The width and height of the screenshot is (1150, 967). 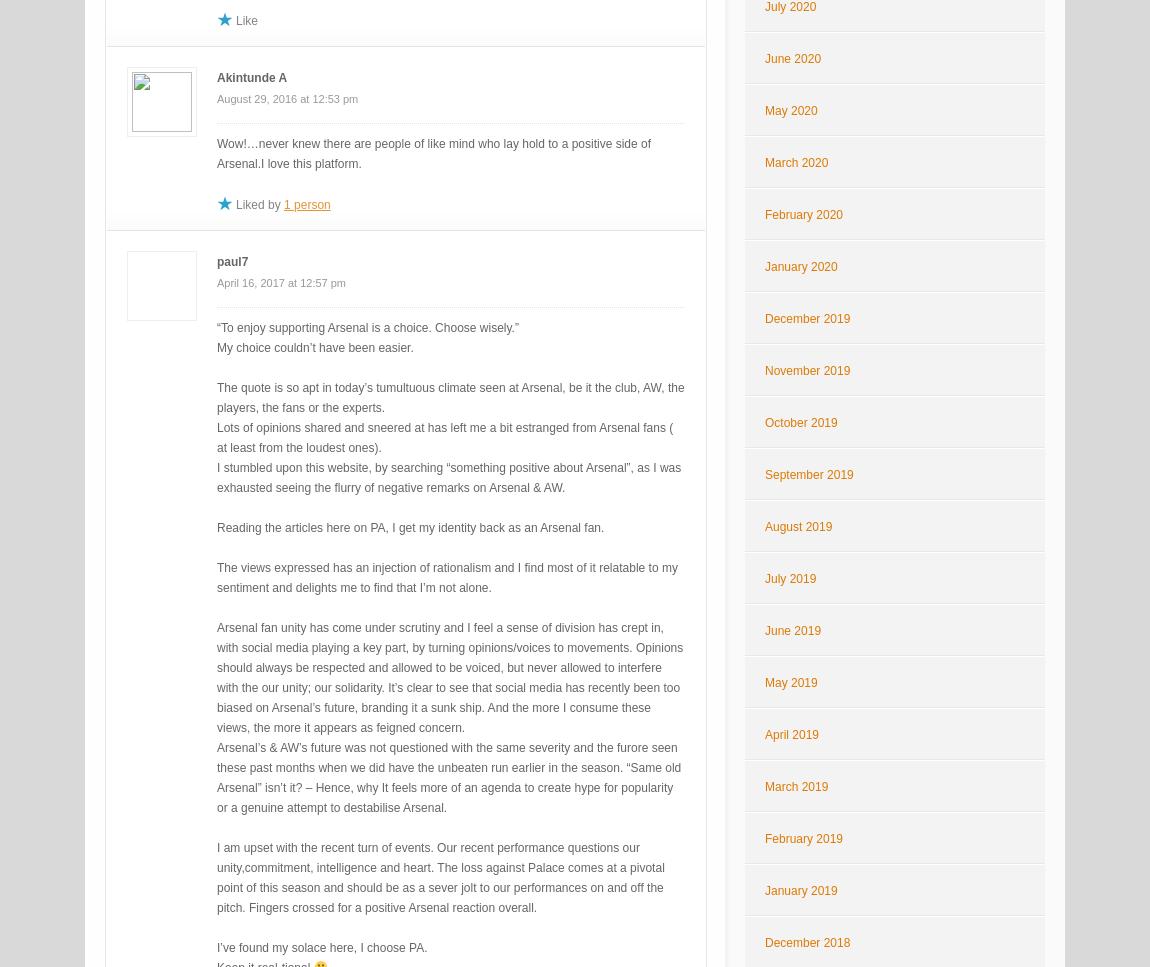 I want to click on 'April 2019', so click(x=791, y=734).